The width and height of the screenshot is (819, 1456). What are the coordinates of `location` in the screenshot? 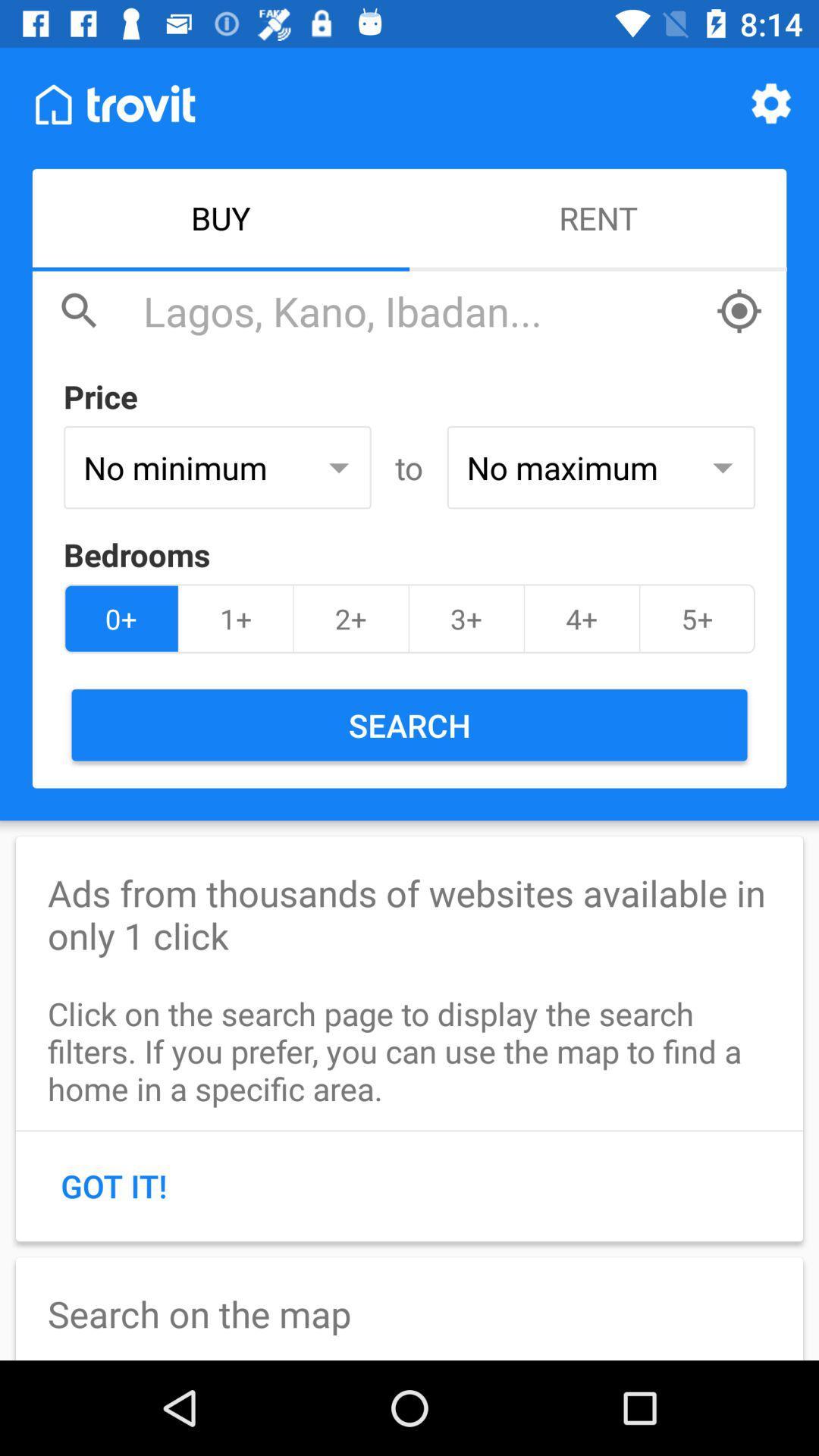 It's located at (739, 310).